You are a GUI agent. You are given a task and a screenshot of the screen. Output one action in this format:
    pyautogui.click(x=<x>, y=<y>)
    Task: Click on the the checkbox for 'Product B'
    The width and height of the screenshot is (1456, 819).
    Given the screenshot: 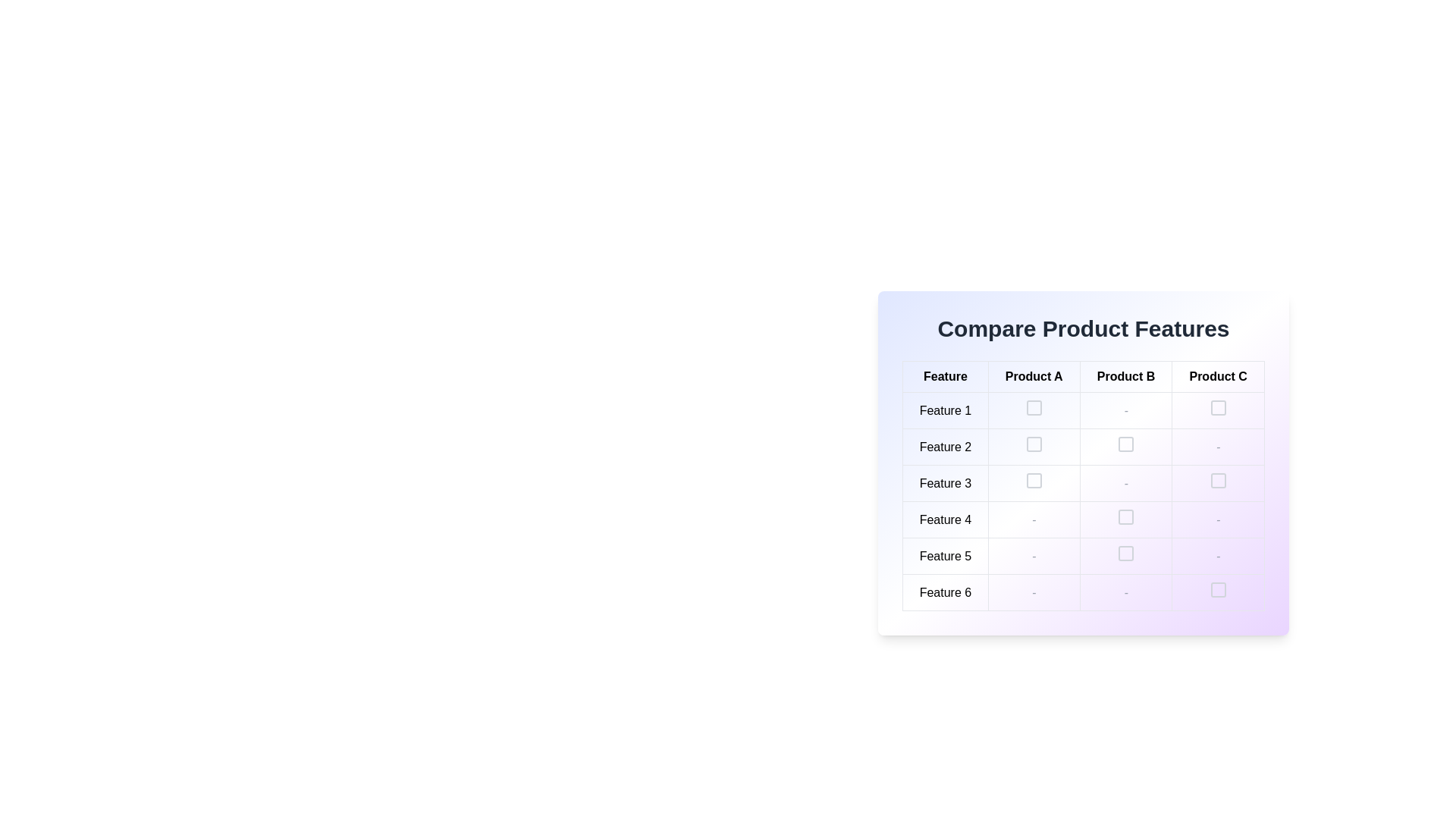 What is the action you would take?
    pyautogui.click(x=1125, y=444)
    